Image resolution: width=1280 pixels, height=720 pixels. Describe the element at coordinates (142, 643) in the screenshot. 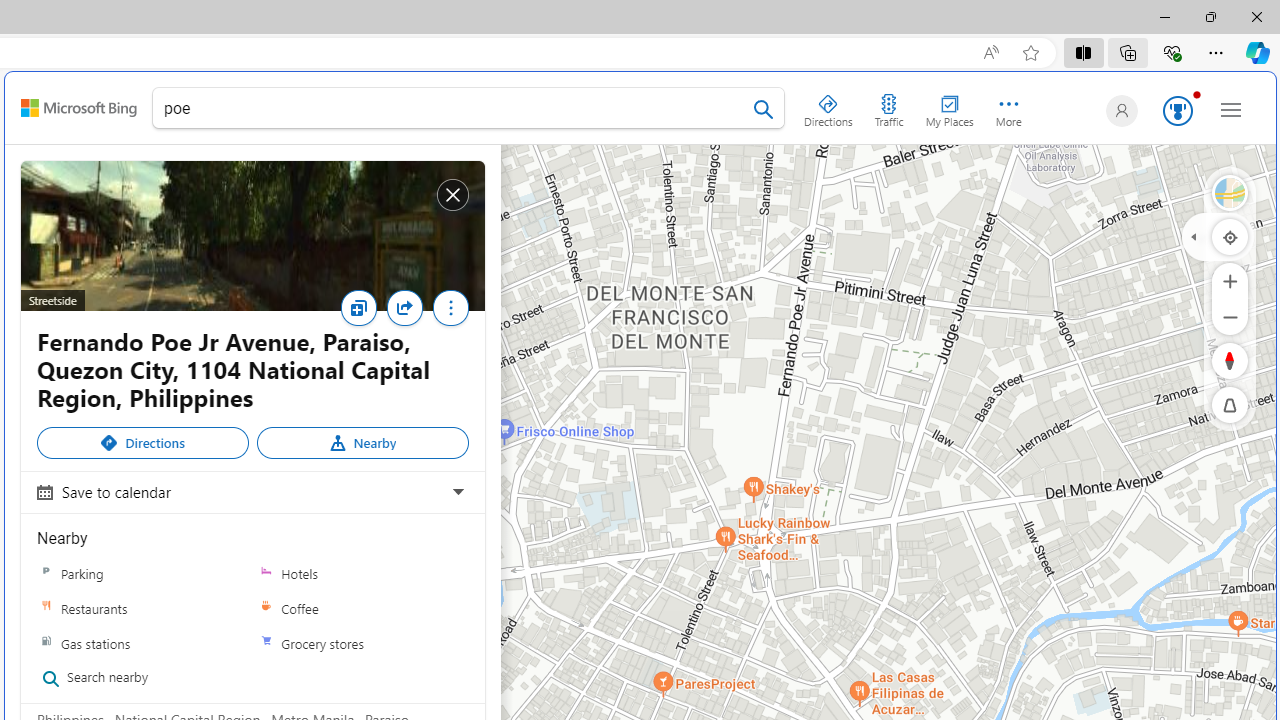

I see `'Gas stations'` at that location.